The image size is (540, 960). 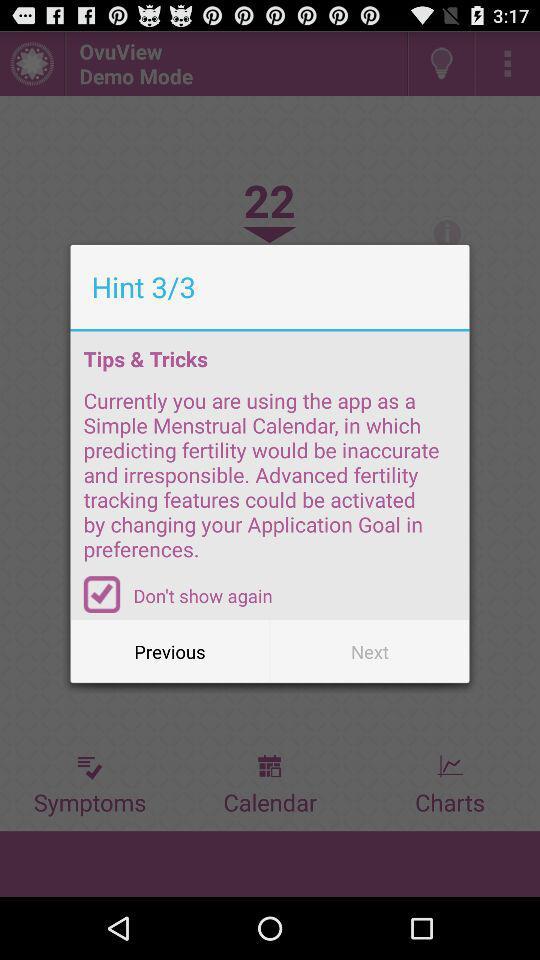 I want to click on the icon on the left, so click(x=102, y=594).